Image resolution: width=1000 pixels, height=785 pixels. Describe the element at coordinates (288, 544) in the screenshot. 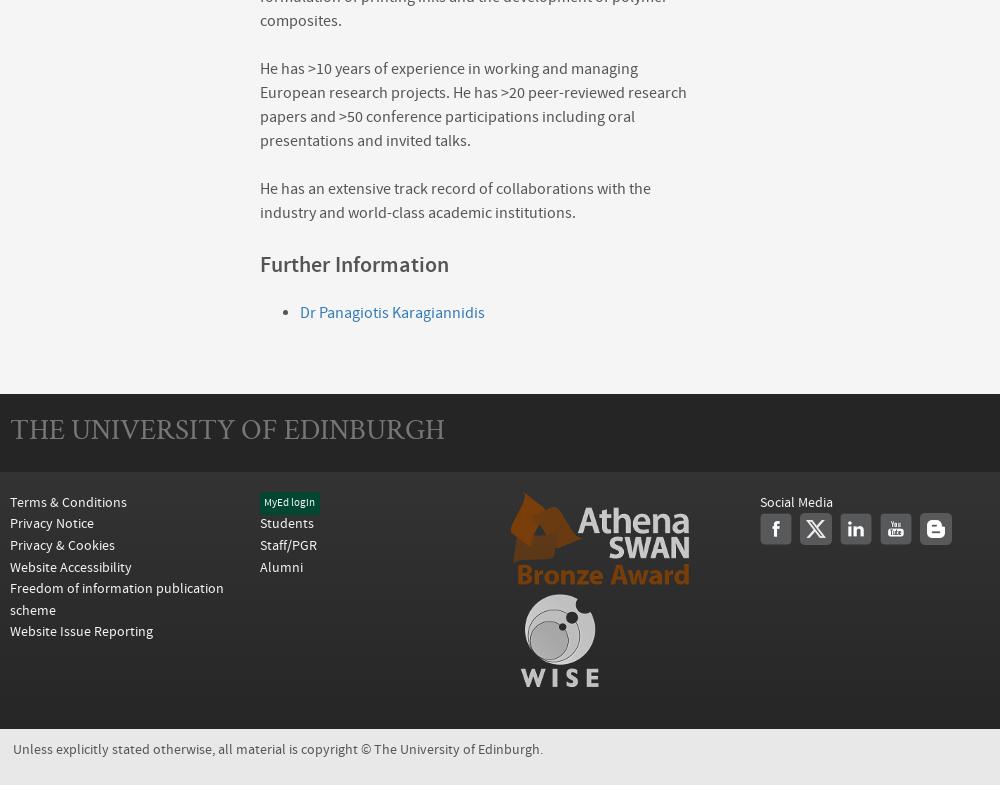

I see `'Staff/PGR'` at that location.